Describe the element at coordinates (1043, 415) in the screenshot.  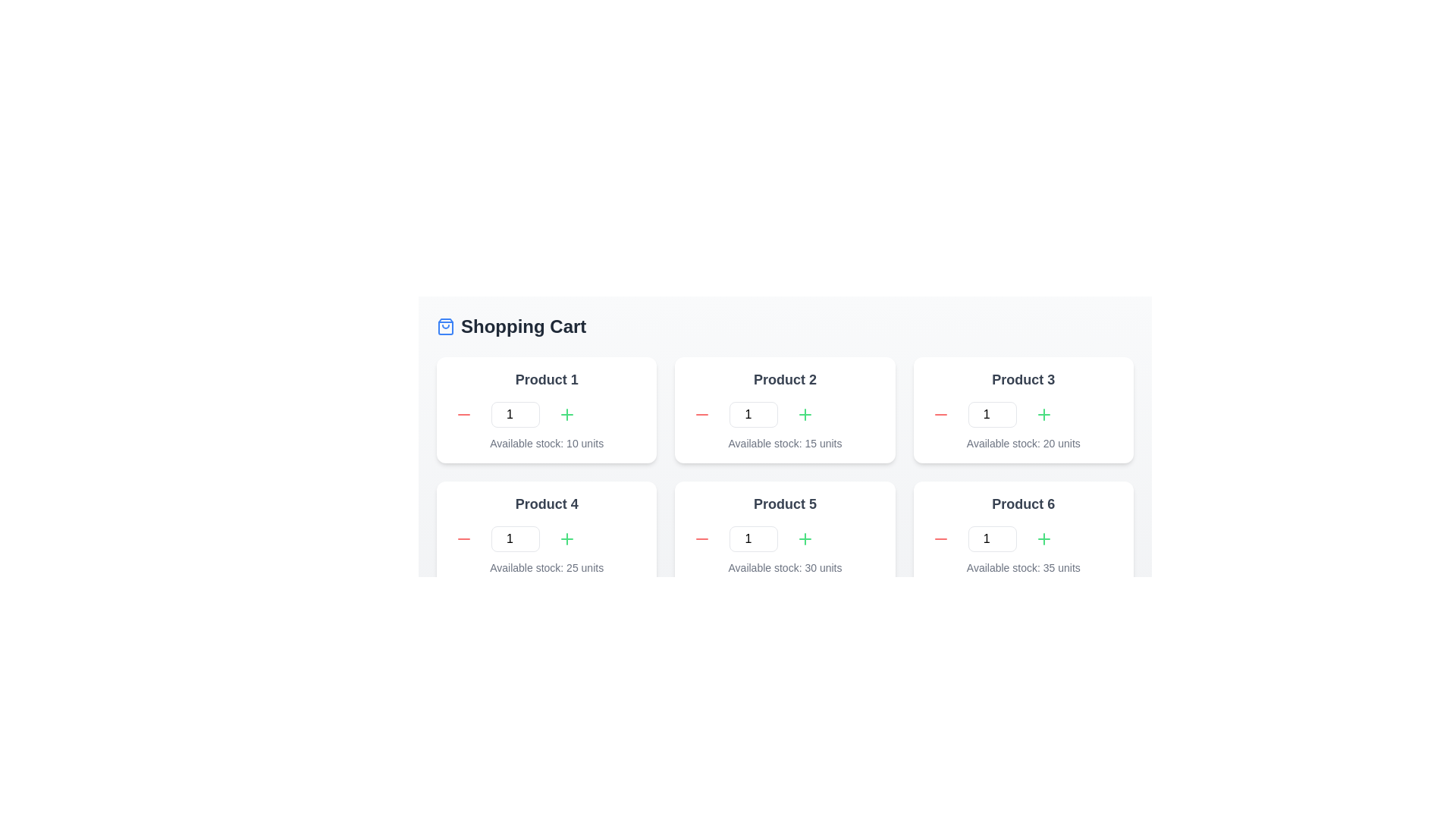
I see `the increment button for 'Product 3'` at that location.